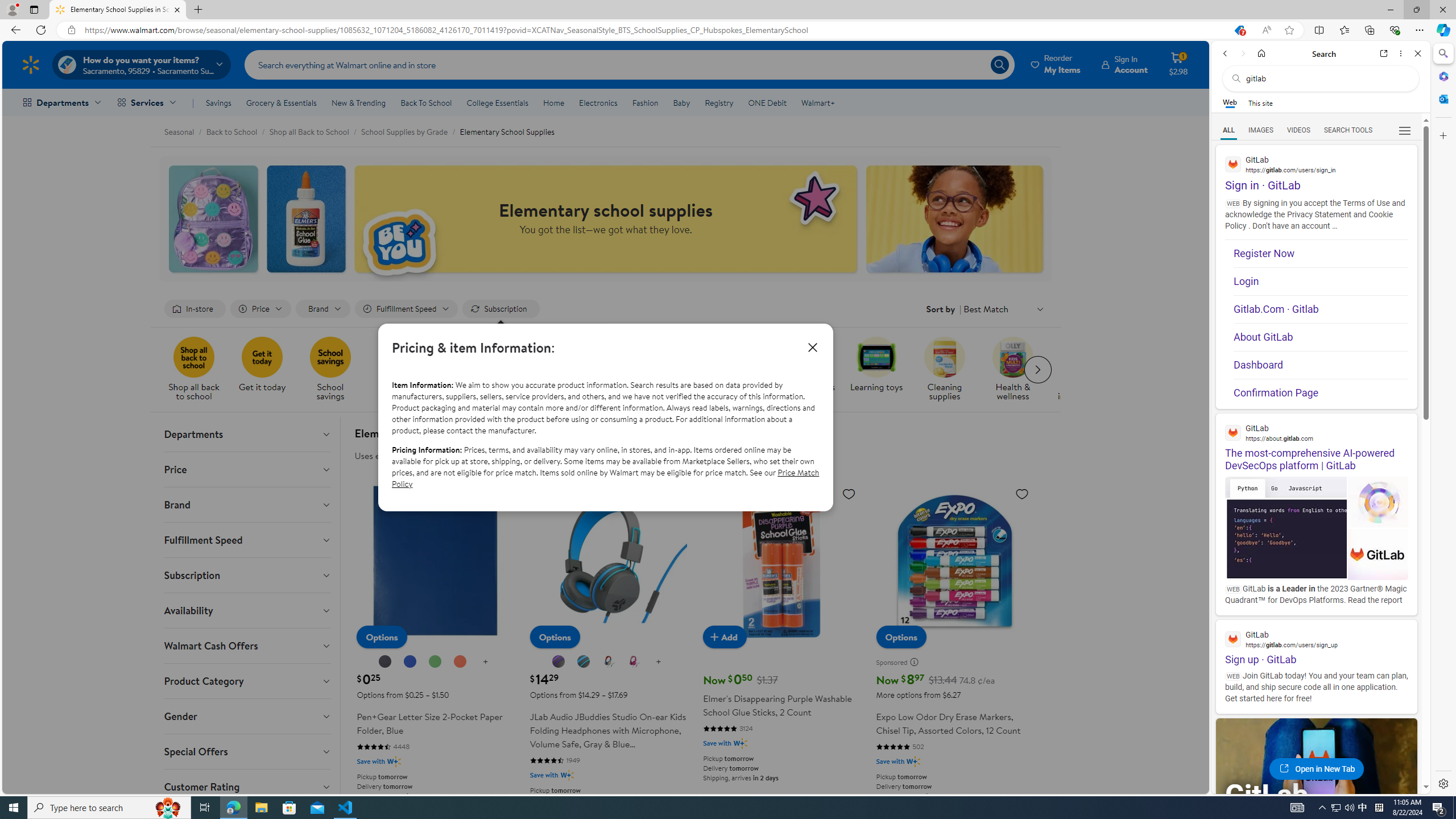 This screenshot has height=819, width=1456. Describe the element at coordinates (1228, 130) in the screenshot. I see `'ALL  '` at that location.